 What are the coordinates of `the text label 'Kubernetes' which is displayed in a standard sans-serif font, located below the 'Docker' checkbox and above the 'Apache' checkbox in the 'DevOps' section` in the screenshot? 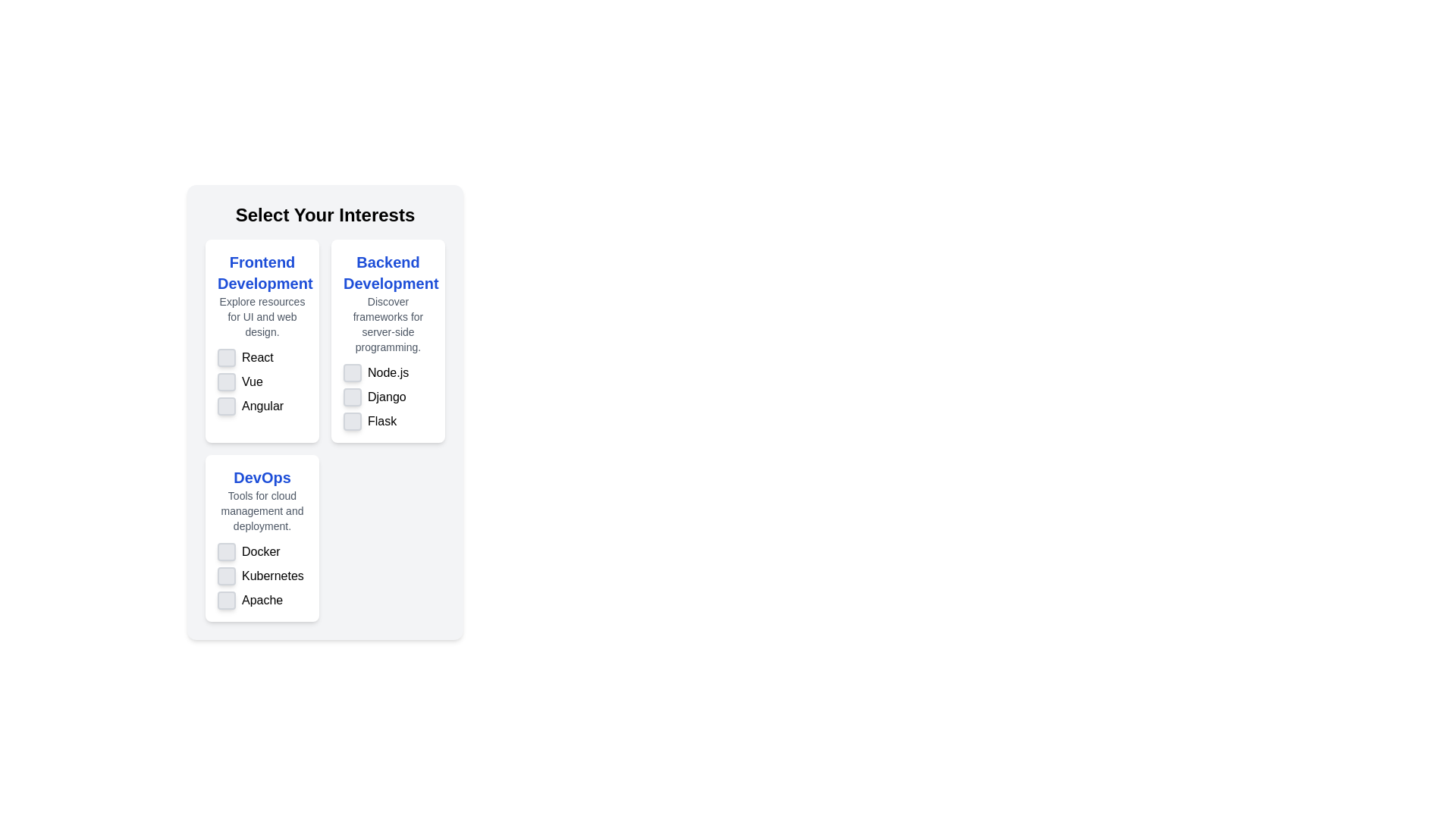 It's located at (273, 576).